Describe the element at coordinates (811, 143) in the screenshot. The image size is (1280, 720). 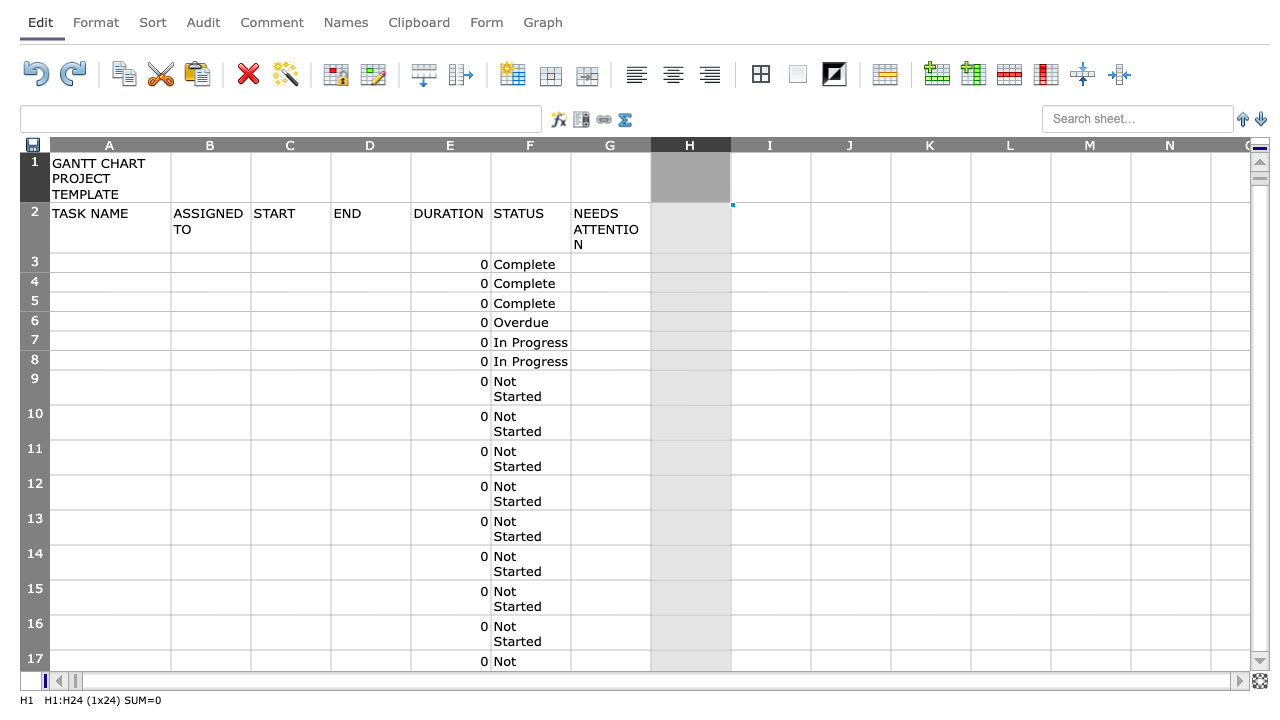
I see `the width adjustment handle for column I` at that location.